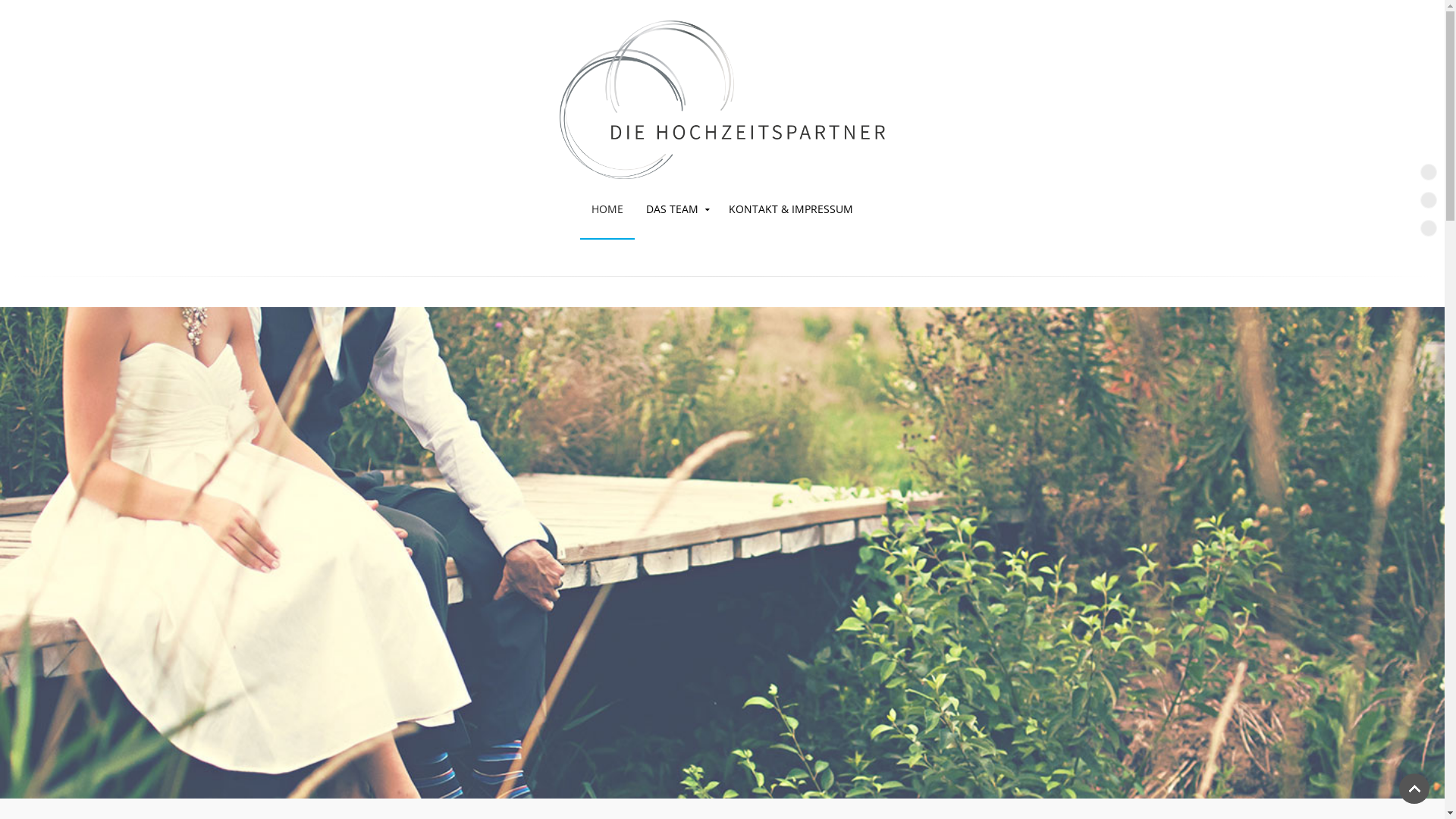  What do you see at coordinates (634, 209) in the screenshot?
I see `'DAS TEAM'` at bounding box center [634, 209].